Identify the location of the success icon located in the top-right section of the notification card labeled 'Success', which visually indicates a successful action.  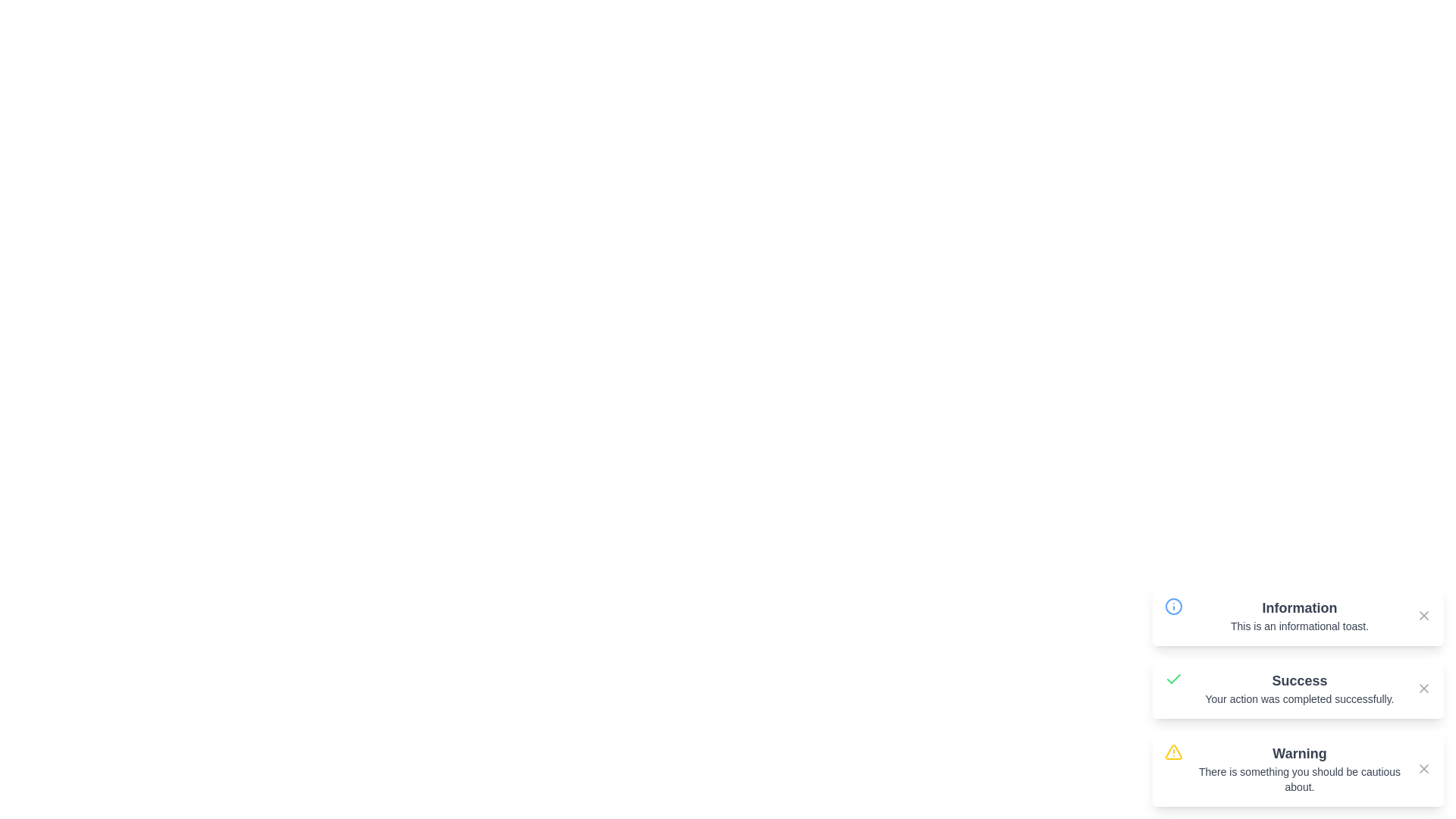
(1173, 678).